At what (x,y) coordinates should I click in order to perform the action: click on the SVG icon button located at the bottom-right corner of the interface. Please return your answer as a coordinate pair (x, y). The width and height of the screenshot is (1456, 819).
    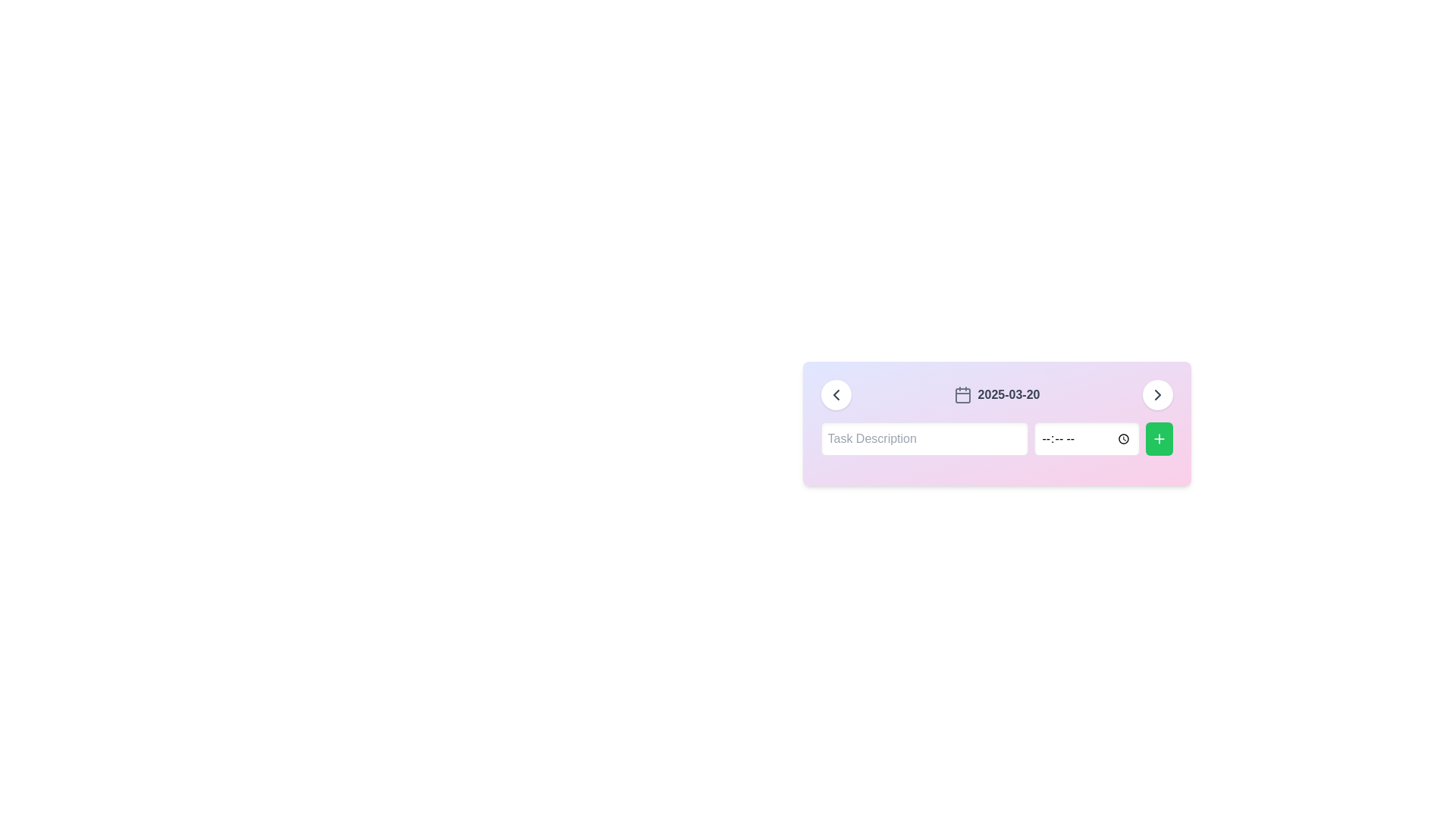
    Looking at the image, I should click on (1156, 394).